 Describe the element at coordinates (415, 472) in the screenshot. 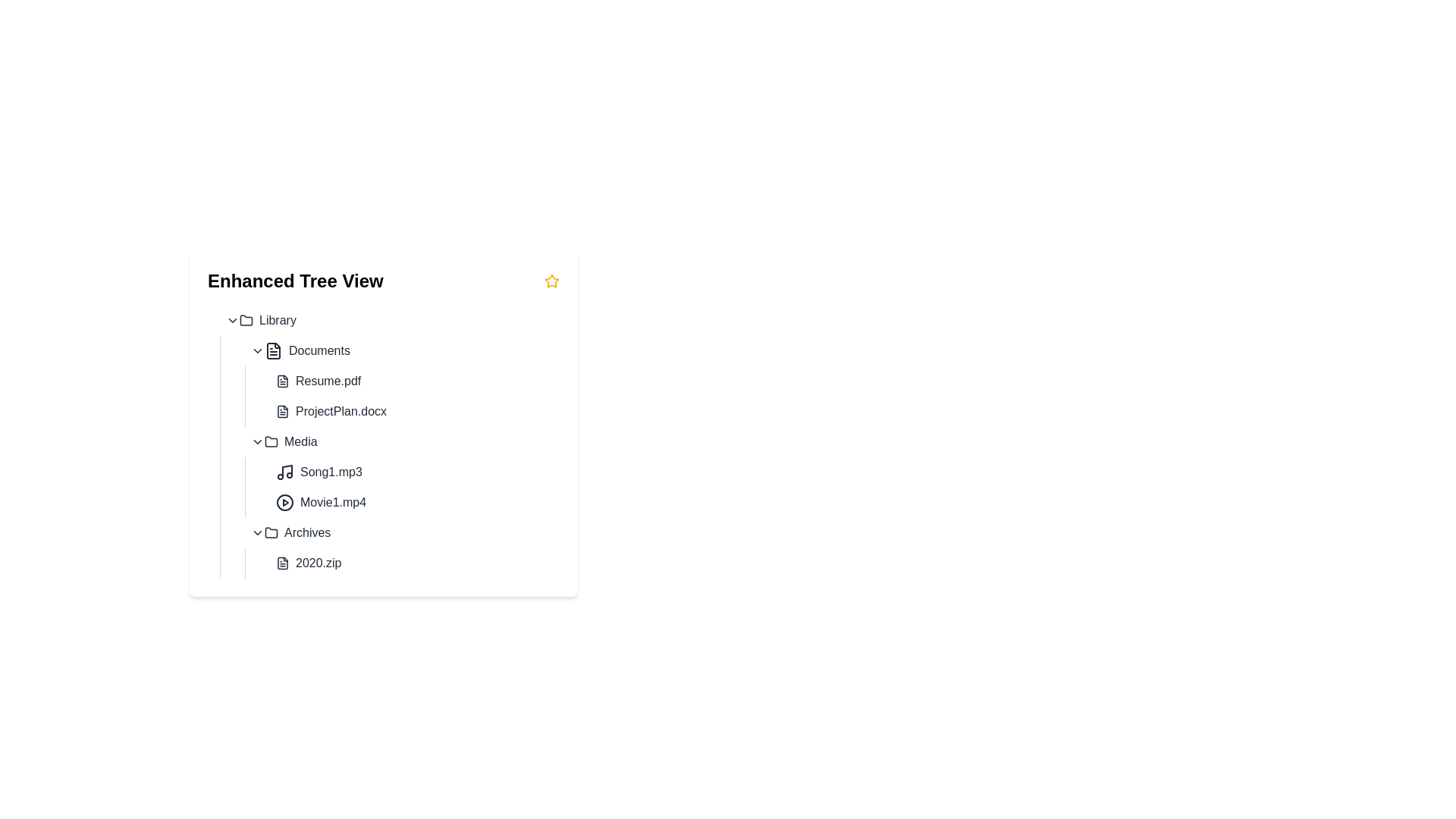

I see `the navigational item for the file 'Song1.mp3' located` at that location.